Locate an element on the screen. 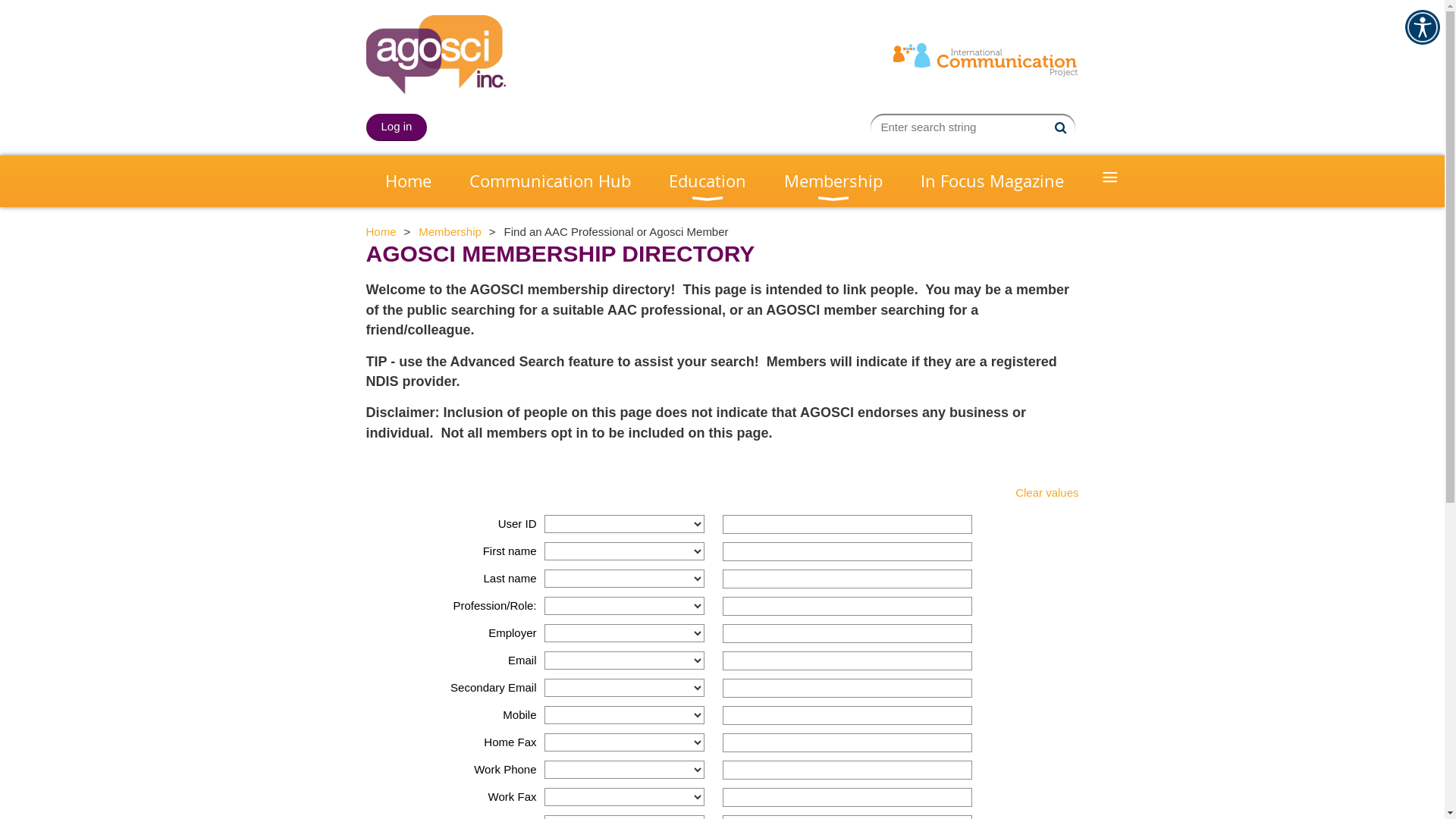  'Education' is located at coordinates (705, 180).